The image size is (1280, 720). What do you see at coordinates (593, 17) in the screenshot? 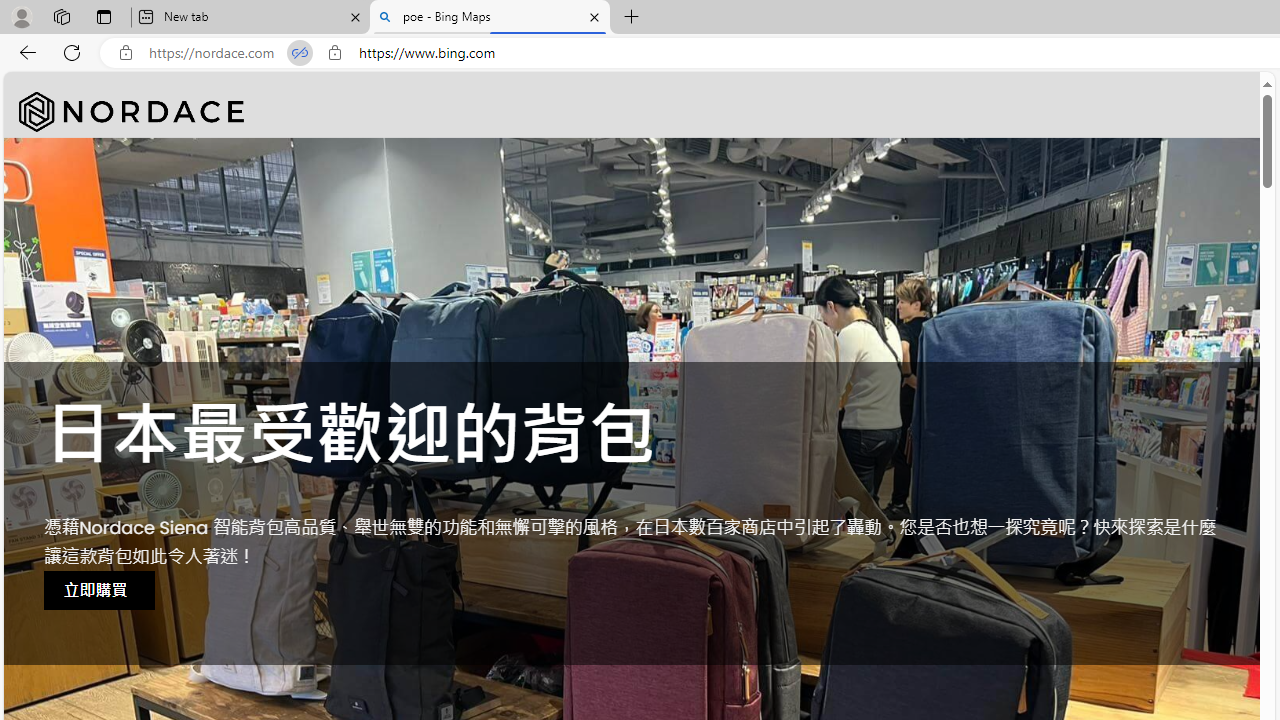
I see `'Close tab'` at bounding box center [593, 17].